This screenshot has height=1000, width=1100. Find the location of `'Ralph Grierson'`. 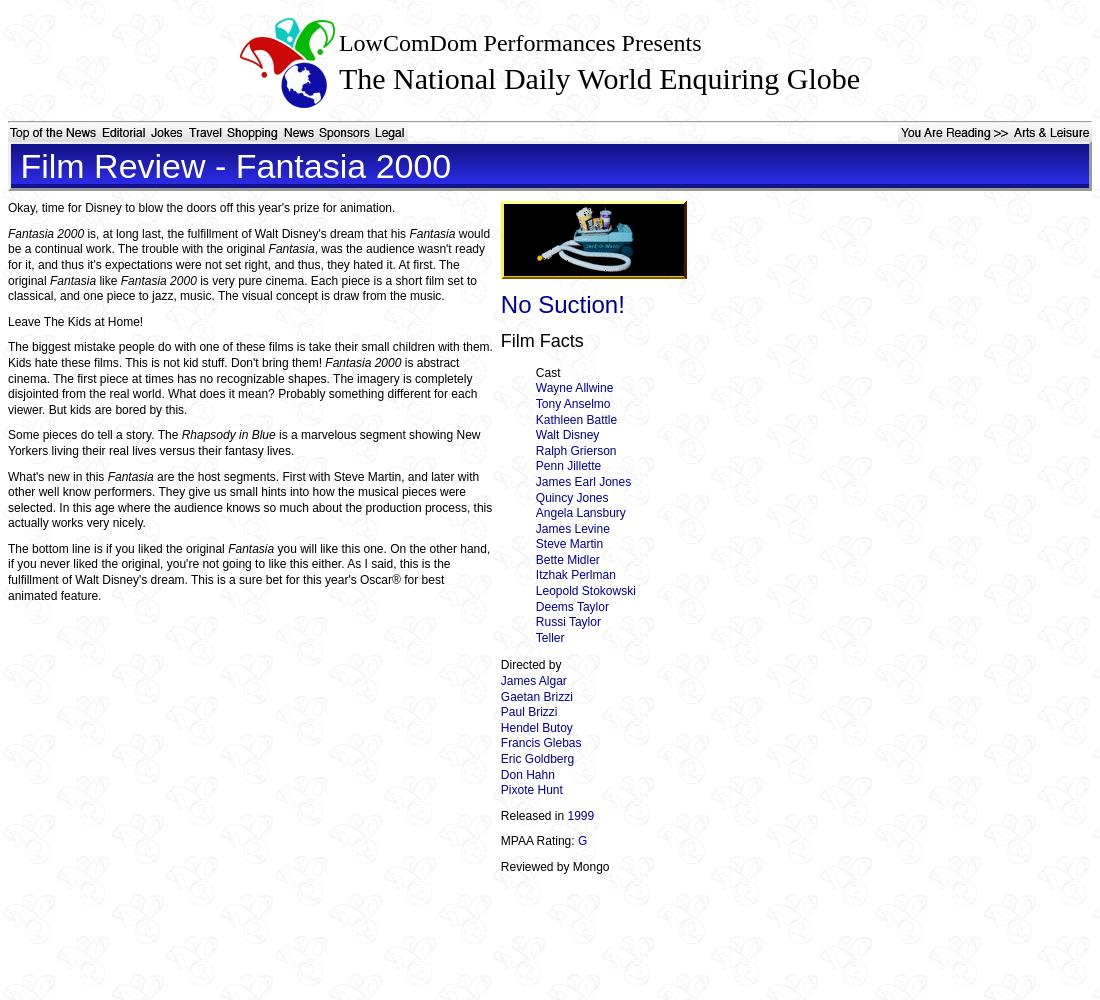

'Ralph Grierson' is located at coordinates (574, 449).